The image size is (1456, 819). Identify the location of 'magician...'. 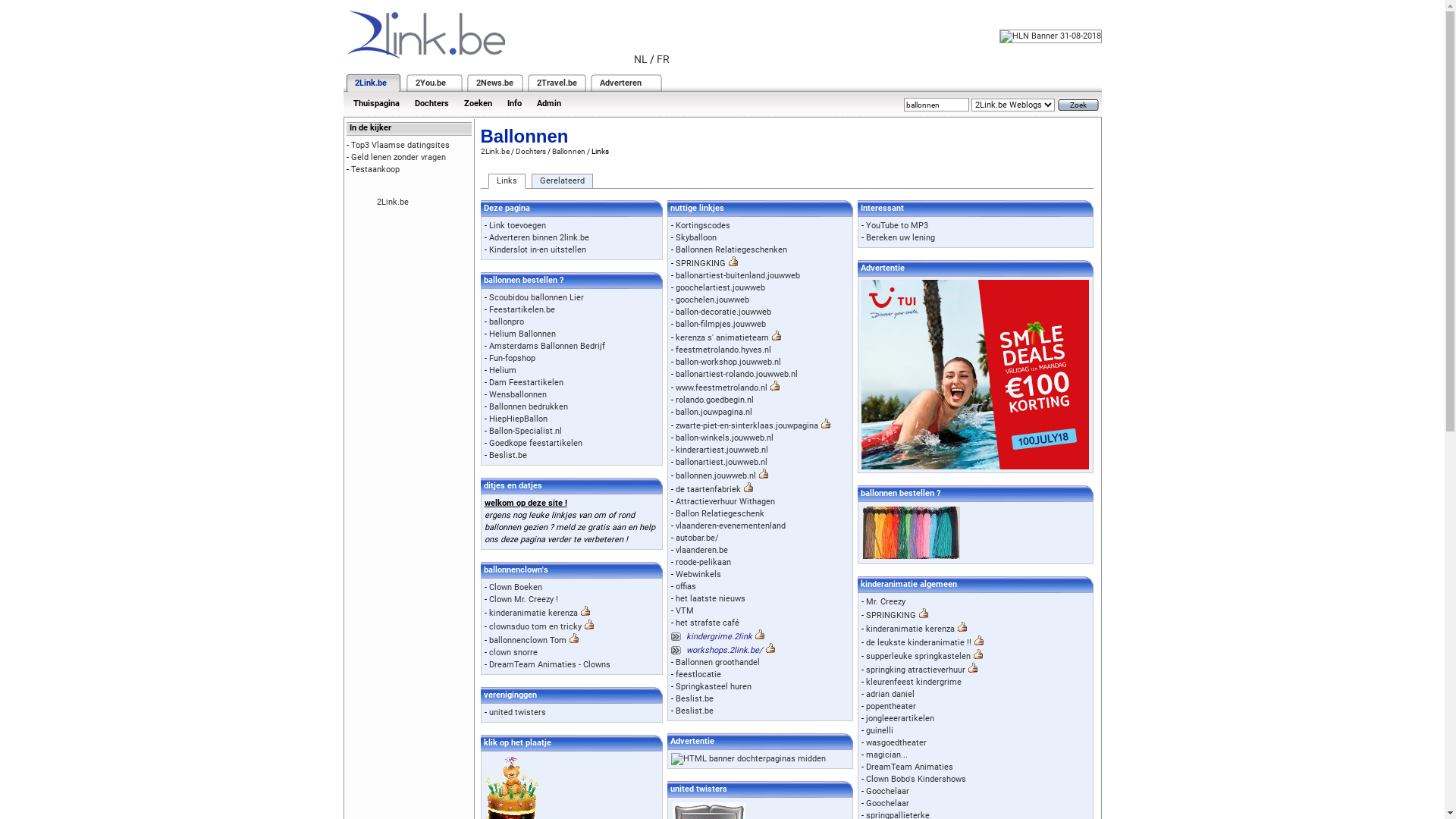
(886, 755).